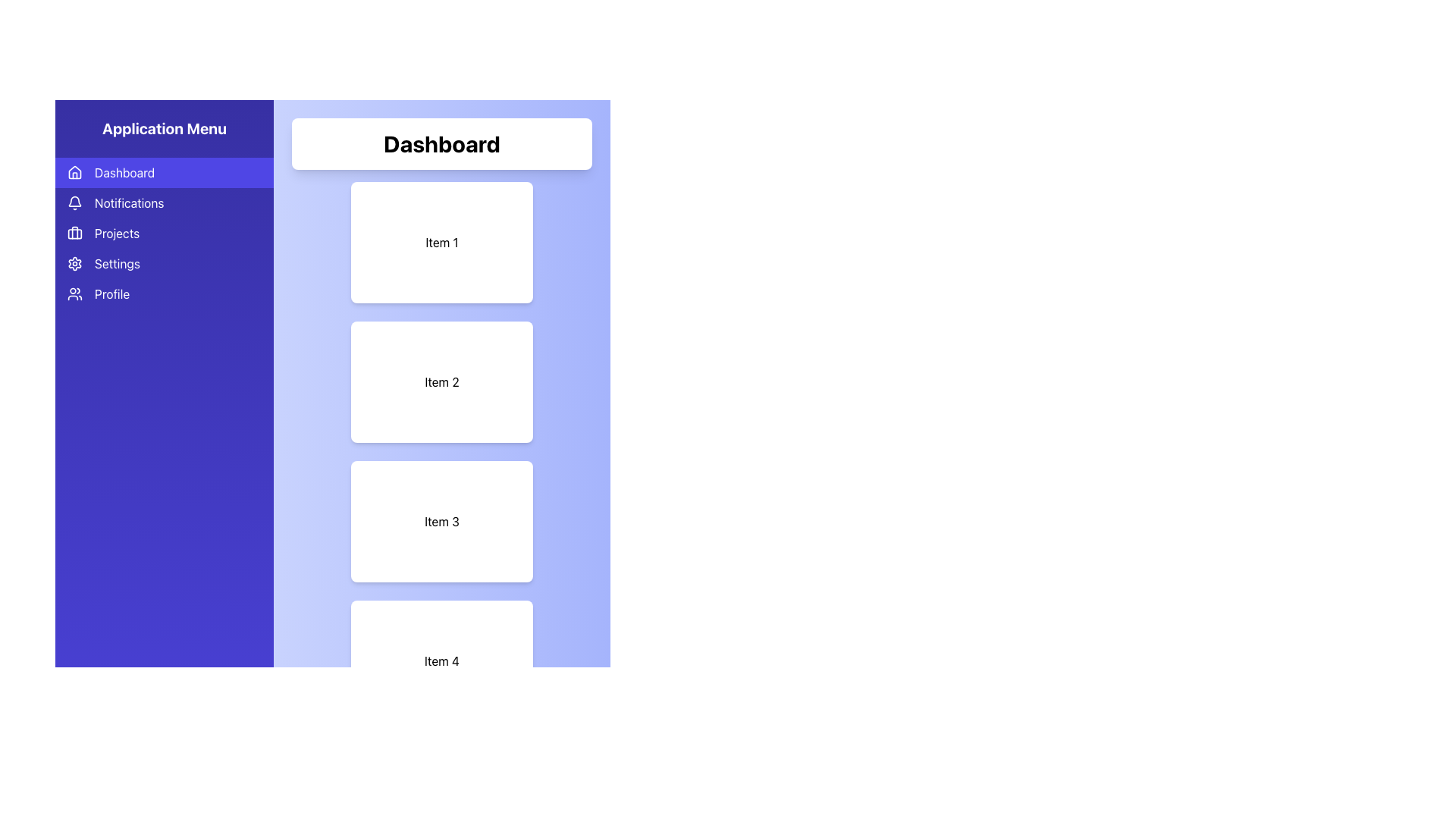 The width and height of the screenshot is (1456, 819). Describe the element at coordinates (111, 294) in the screenshot. I see `the 'Profile' menu item located at the bottom of the navigation menu` at that location.